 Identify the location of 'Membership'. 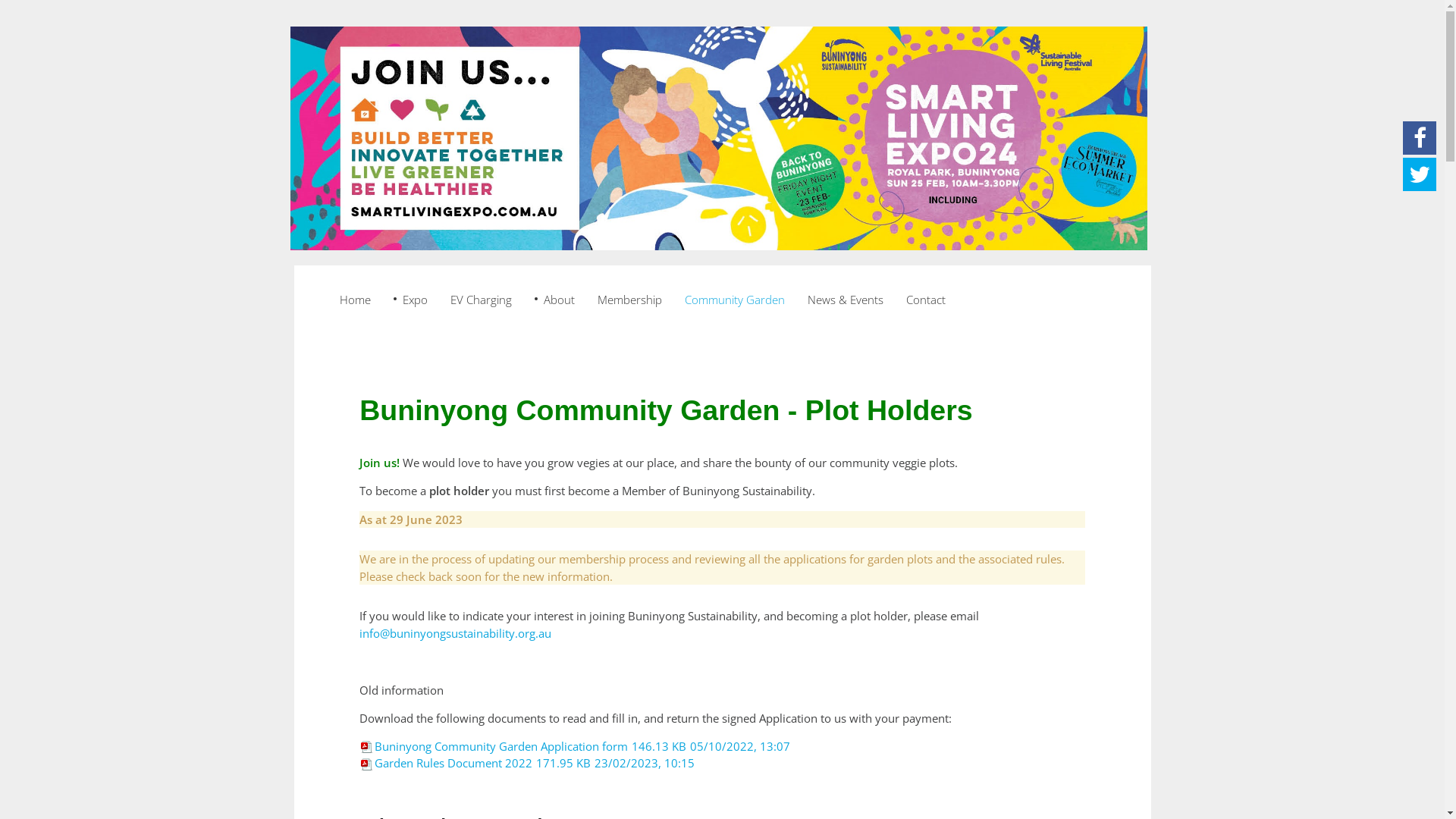
(629, 299).